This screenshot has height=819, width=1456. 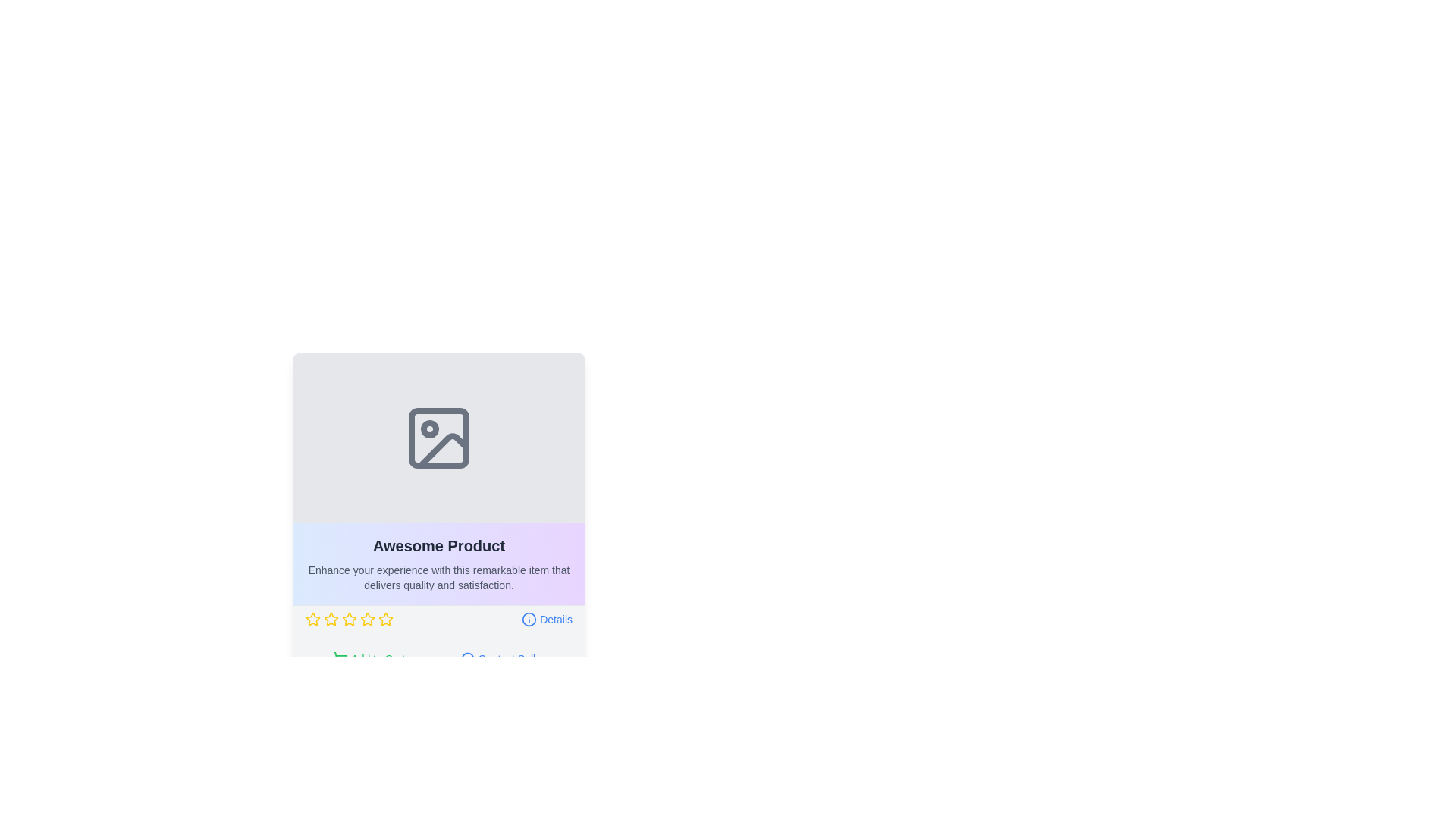 What do you see at coordinates (385, 620) in the screenshot?
I see `the fifth star-shaped yellow rating icon in the horizontal sequence of stars used for rating purposes` at bounding box center [385, 620].